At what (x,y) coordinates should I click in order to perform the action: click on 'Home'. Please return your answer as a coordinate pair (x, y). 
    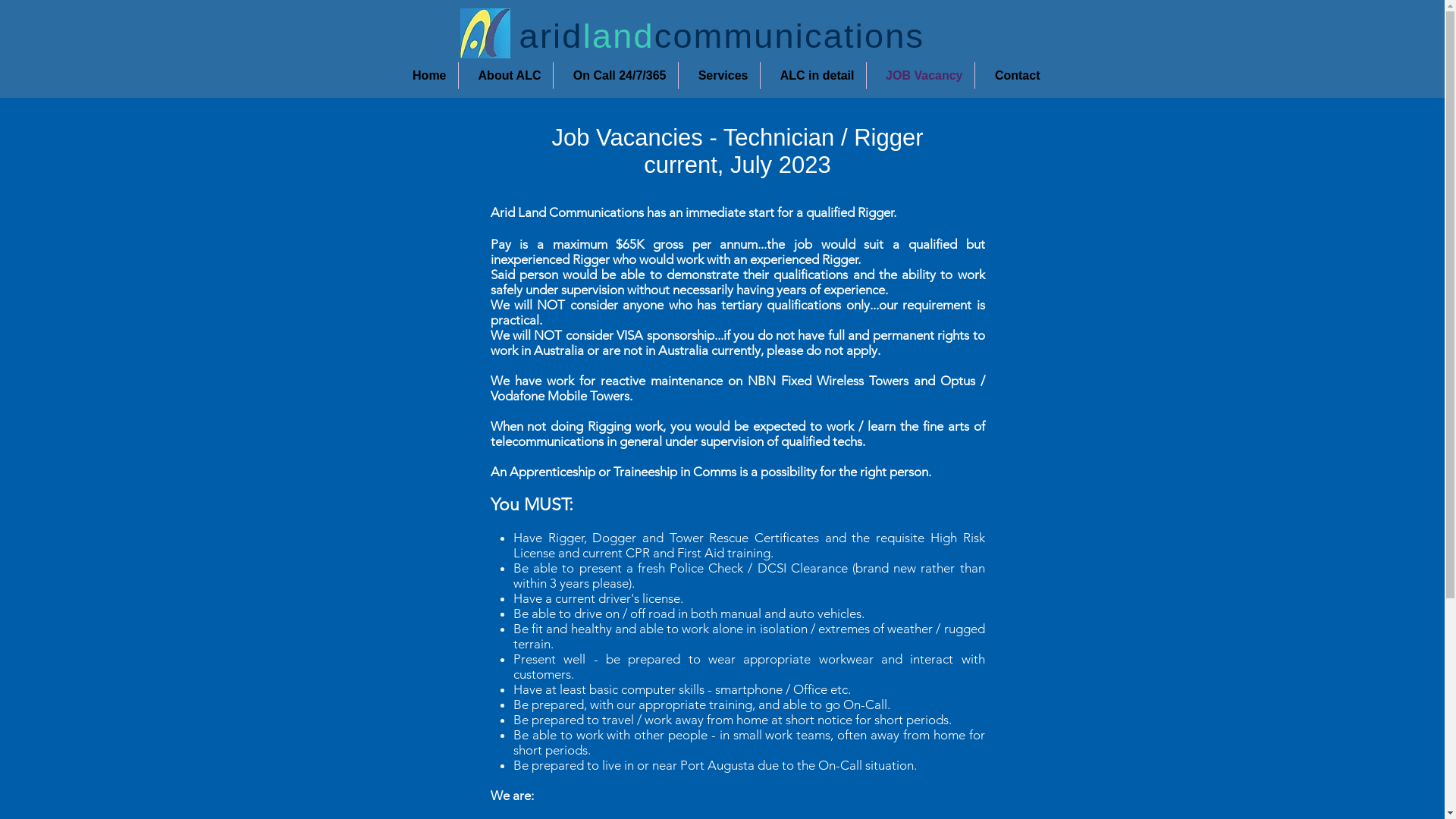
    Looking at the image, I should click on (425, 75).